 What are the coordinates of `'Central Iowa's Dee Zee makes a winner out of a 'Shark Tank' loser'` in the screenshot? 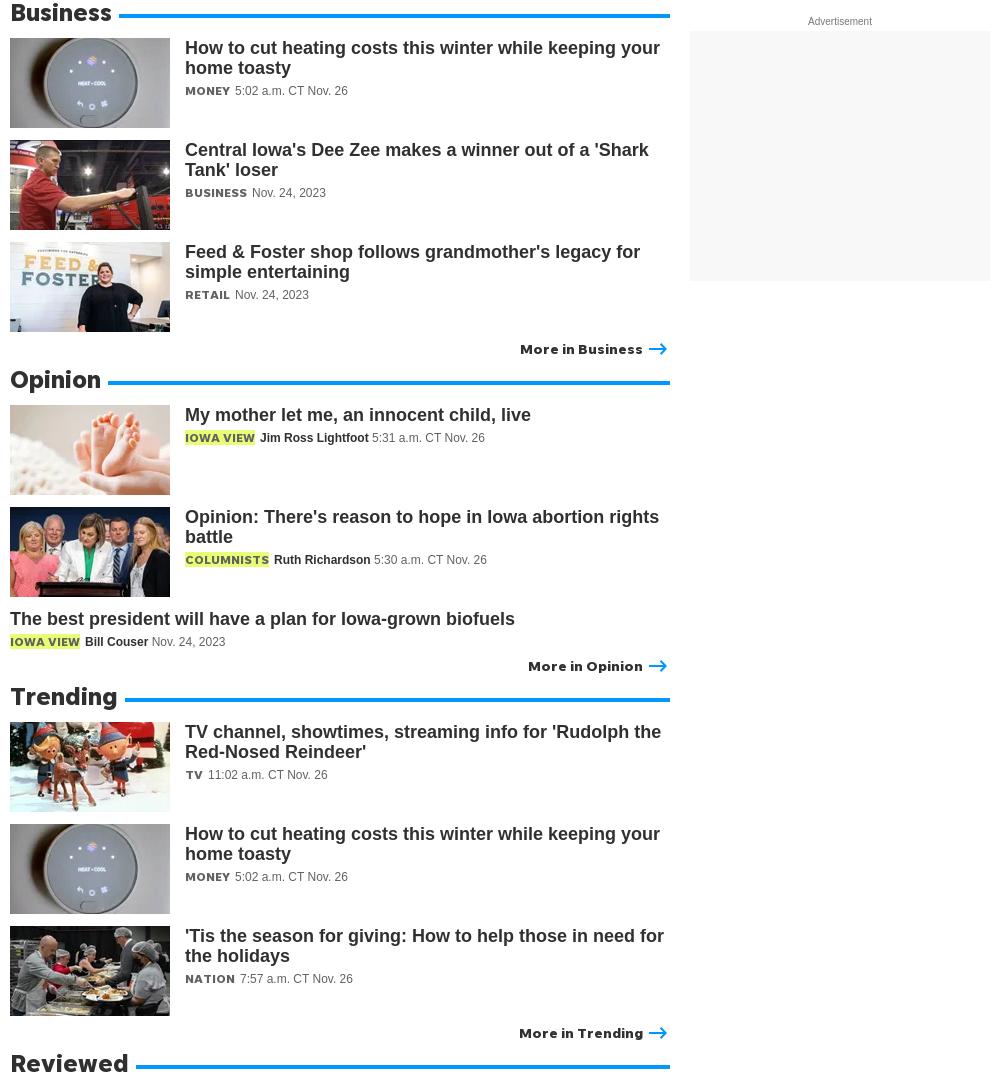 It's located at (416, 159).